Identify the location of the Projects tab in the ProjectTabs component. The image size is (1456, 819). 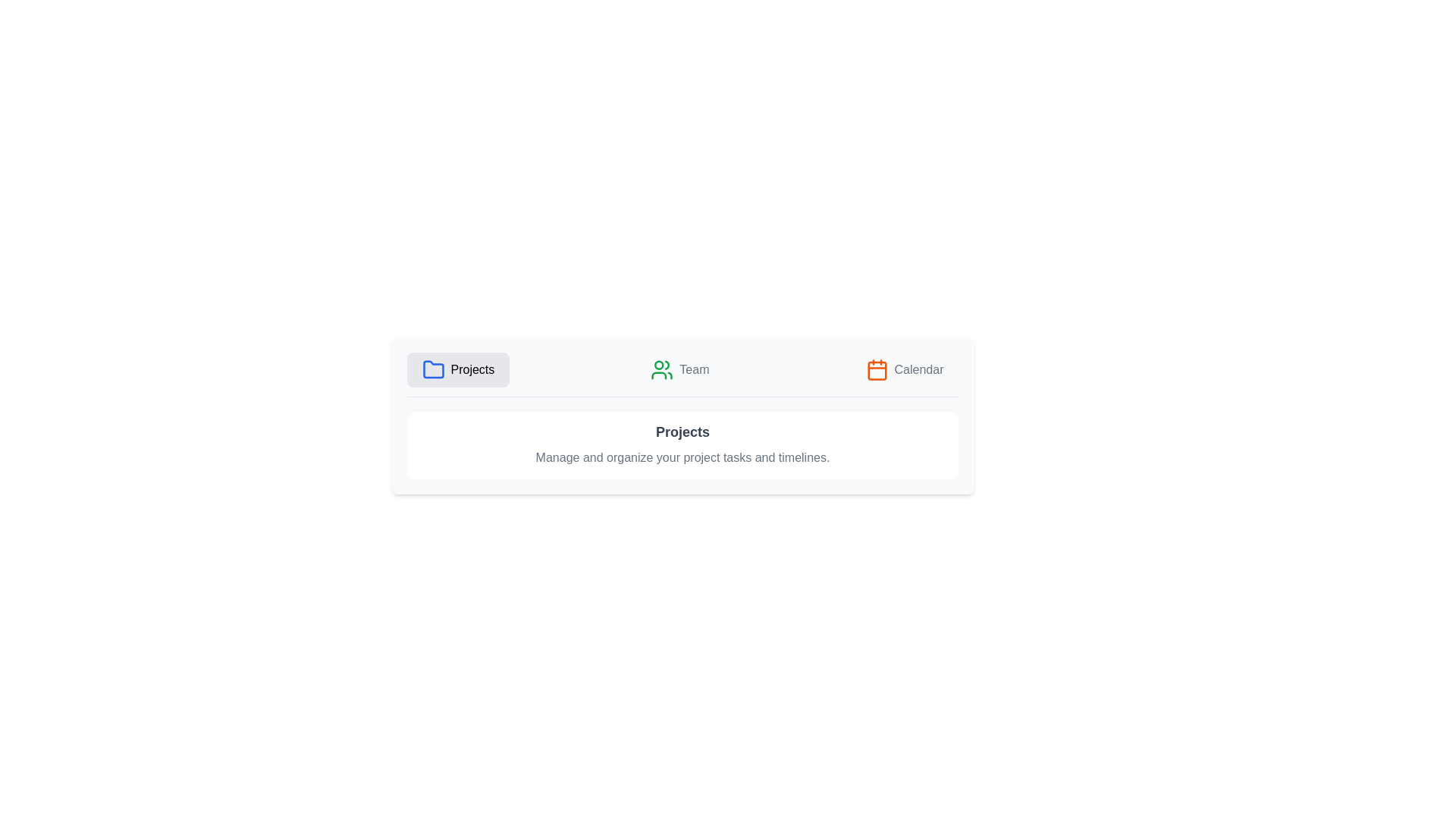
(457, 370).